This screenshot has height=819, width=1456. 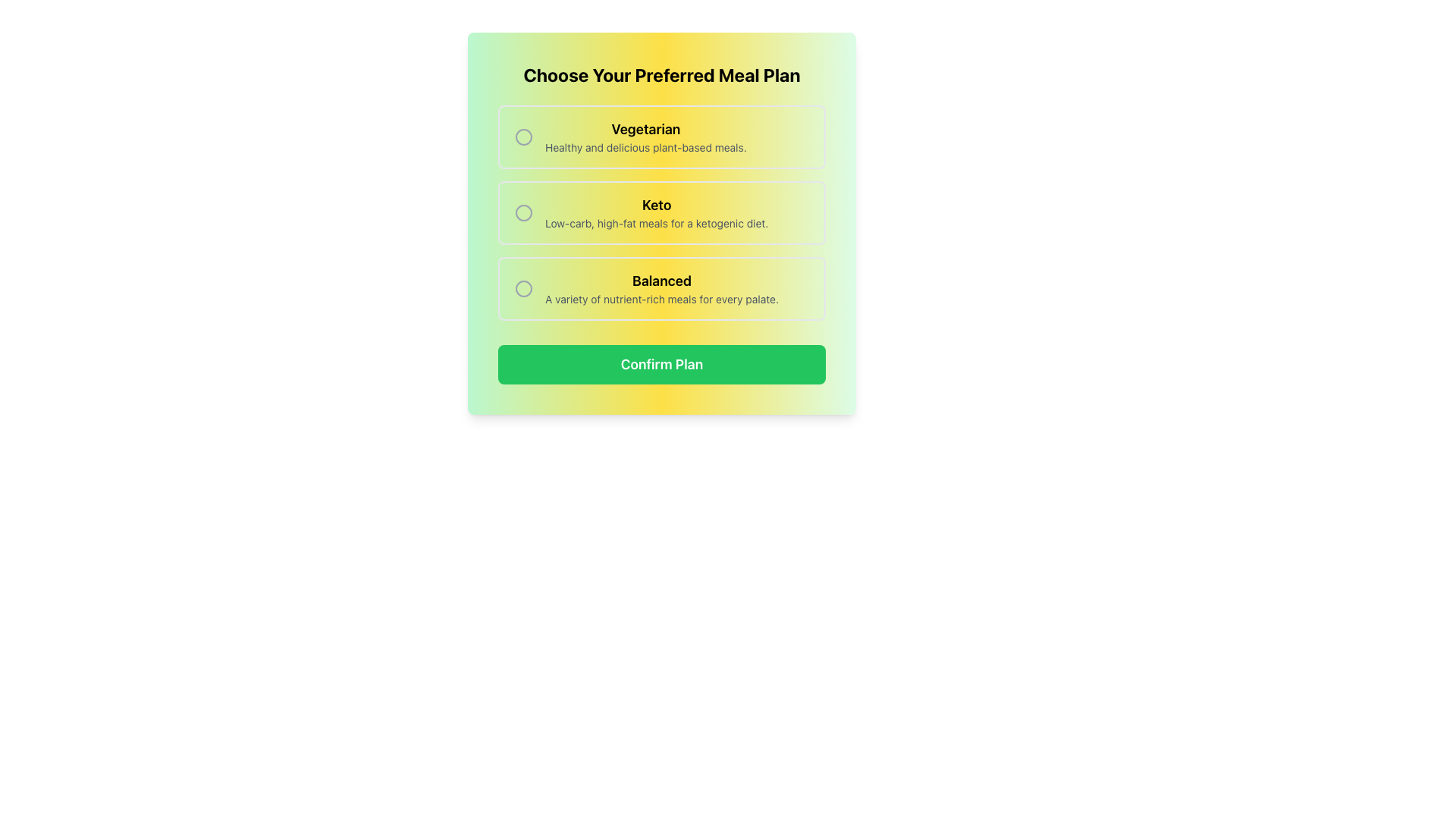 What do you see at coordinates (524, 213) in the screenshot?
I see `the interactive SVG circle element indicating the selection of the 'Keto' meal plan, which is the second option in the vertical list of meal options` at bounding box center [524, 213].